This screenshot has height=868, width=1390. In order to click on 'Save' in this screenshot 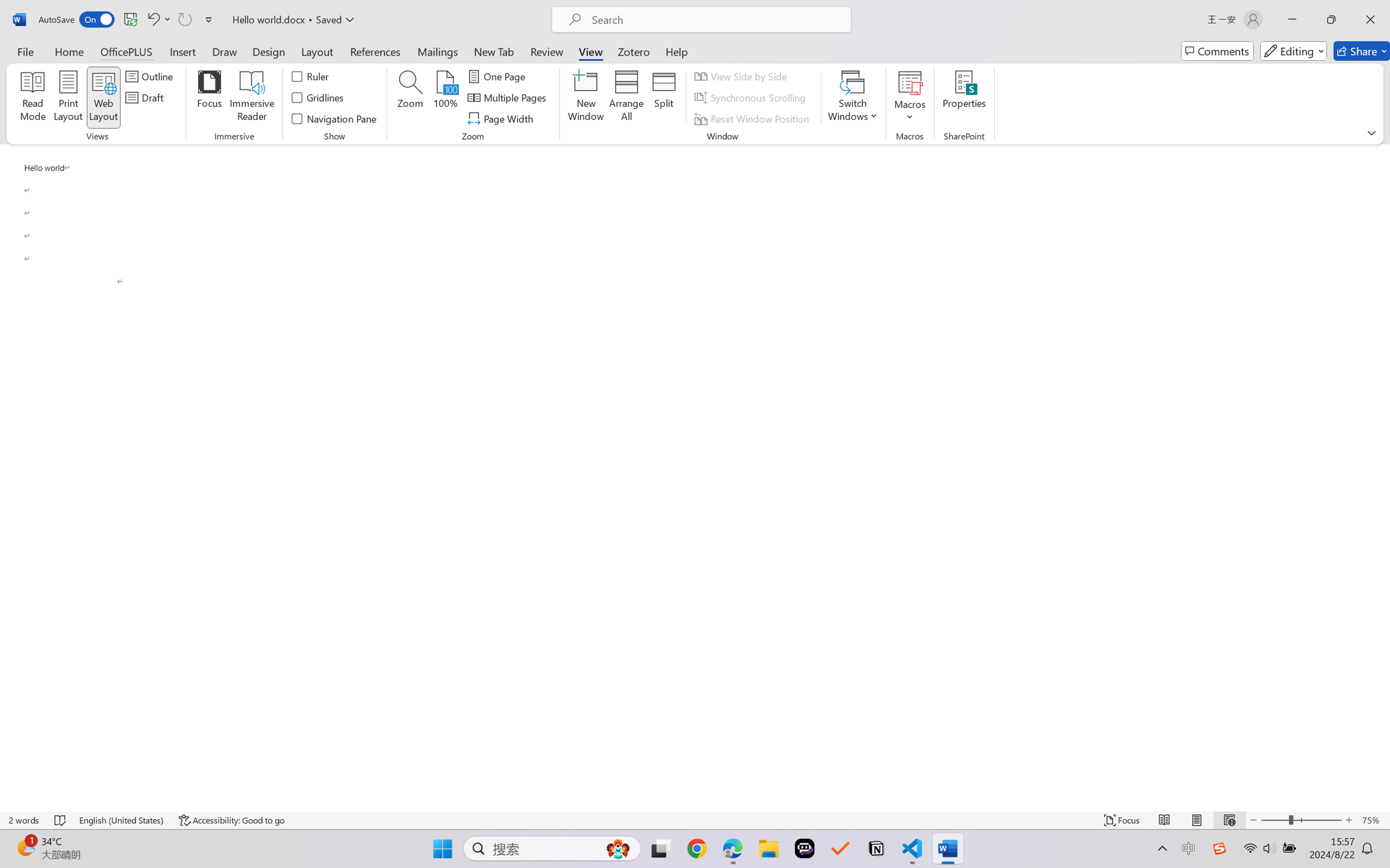, I will do `click(130, 19)`.